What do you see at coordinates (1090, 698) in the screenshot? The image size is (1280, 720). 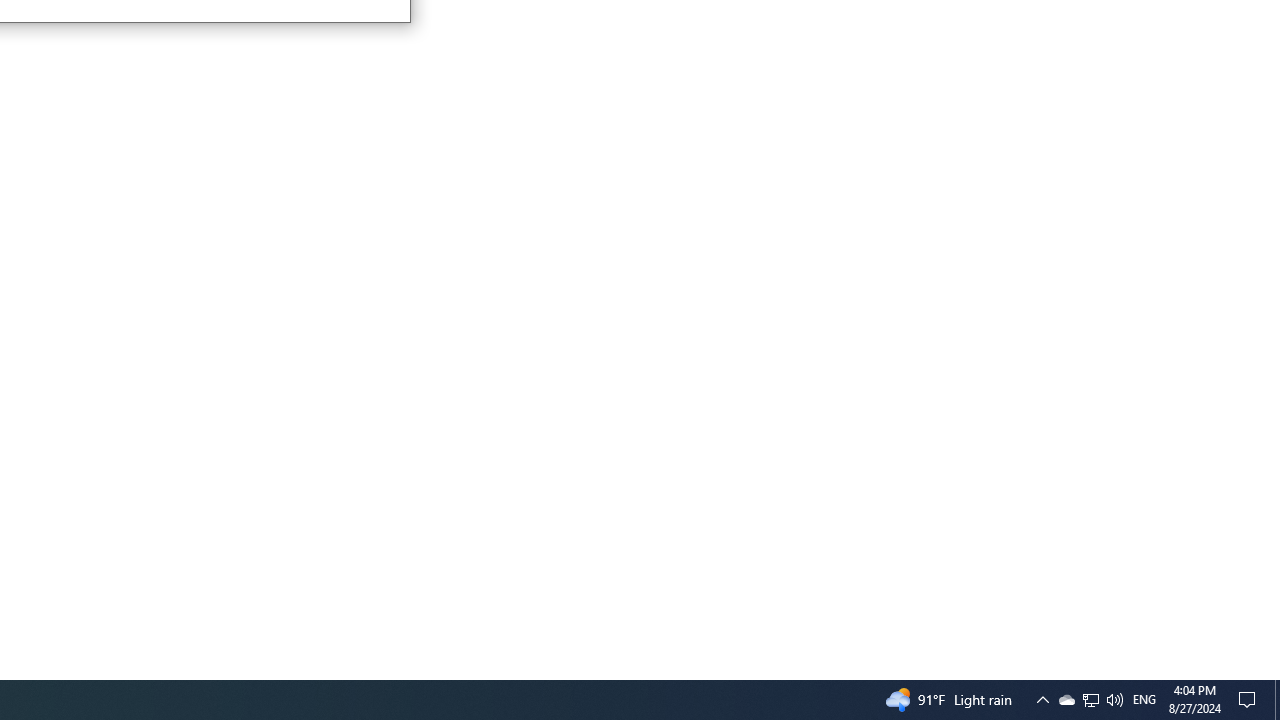 I see `'Tray Input Indicator - English (United States)'` at bounding box center [1090, 698].